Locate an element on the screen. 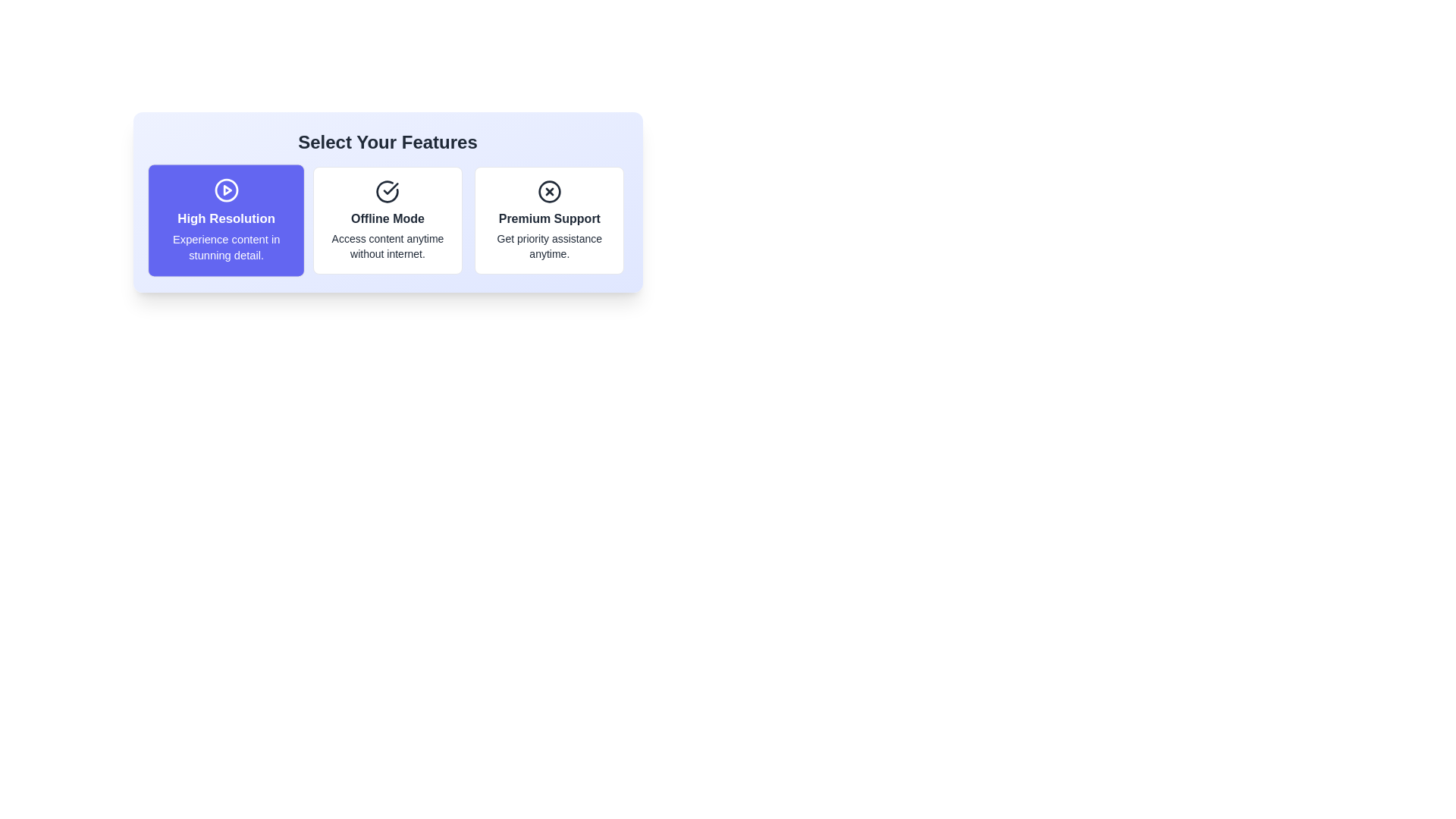 Image resolution: width=1456 pixels, height=819 pixels. the 'High Resolution' text label, which serves as the title for the first card in a row of three cards is located at coordinates (224, 218).